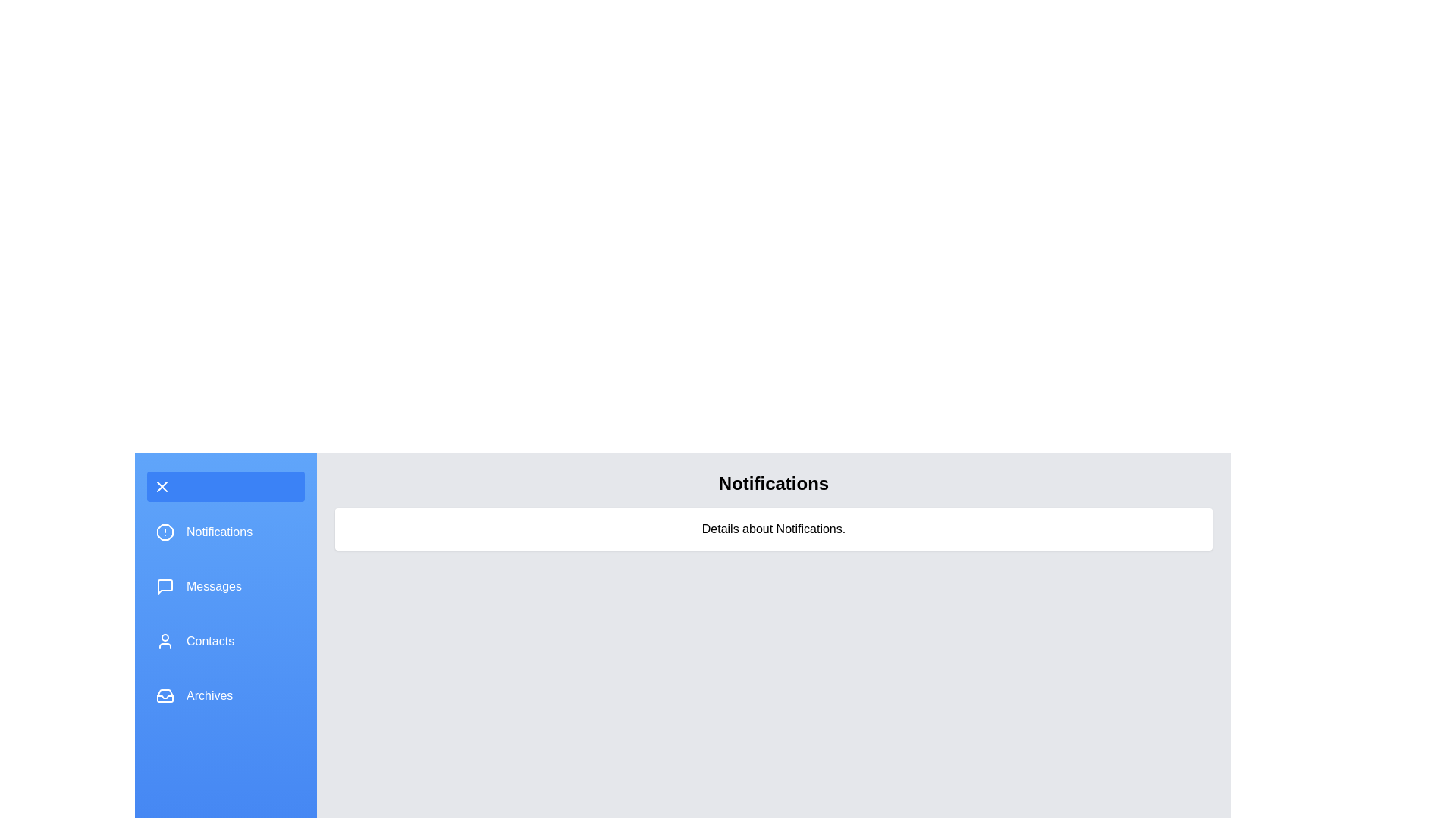 Image resolution: width=1456 pixels, height=819 pixels. I want to click on the menu section Archives, so click(224, 696).